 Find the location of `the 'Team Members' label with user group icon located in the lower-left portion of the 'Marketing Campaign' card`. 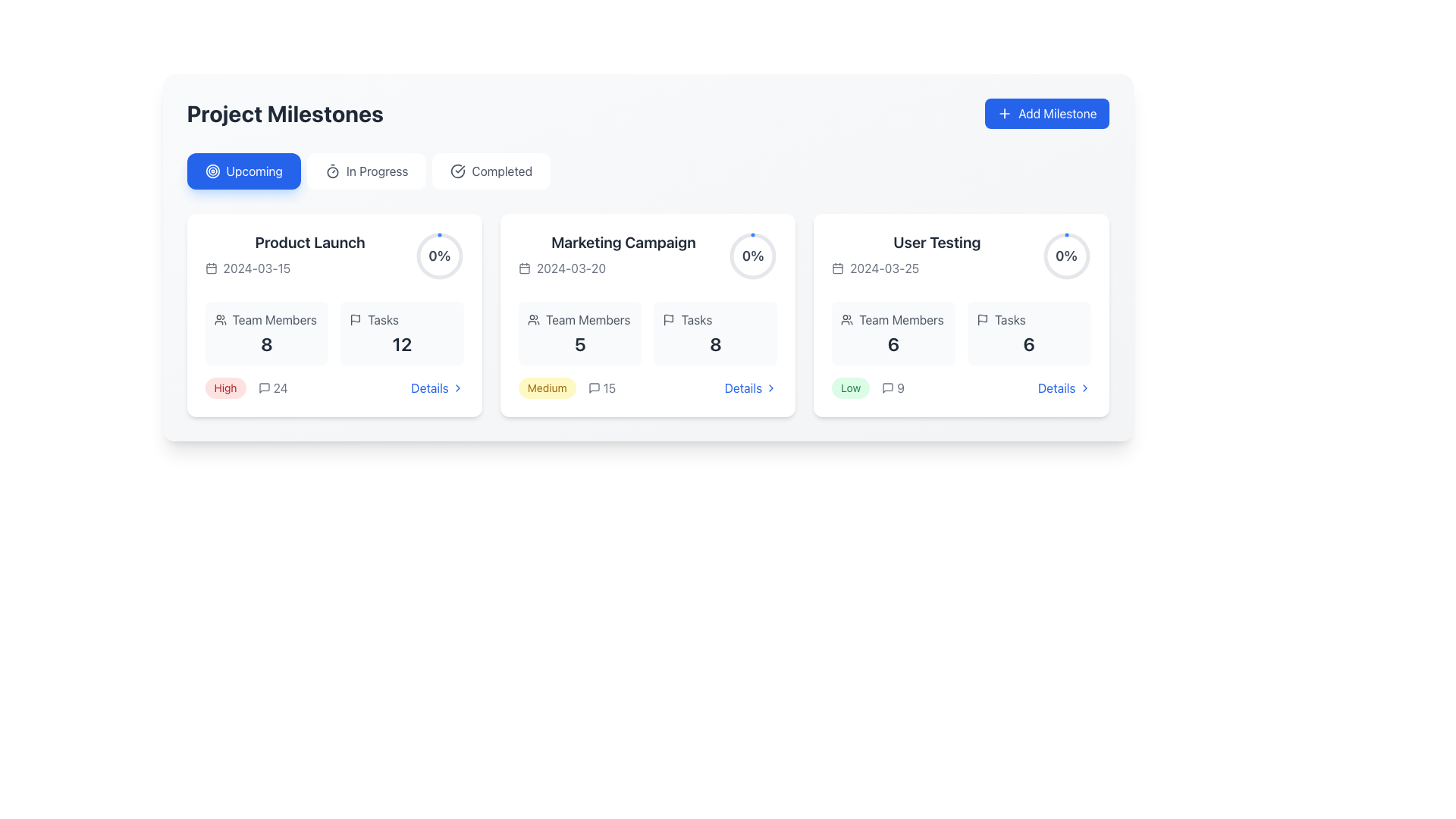

the 'Team Members' label with user group icon located in the lower-left portion of the 'Marketing Campaign' card is located at coordinates (579, 318).